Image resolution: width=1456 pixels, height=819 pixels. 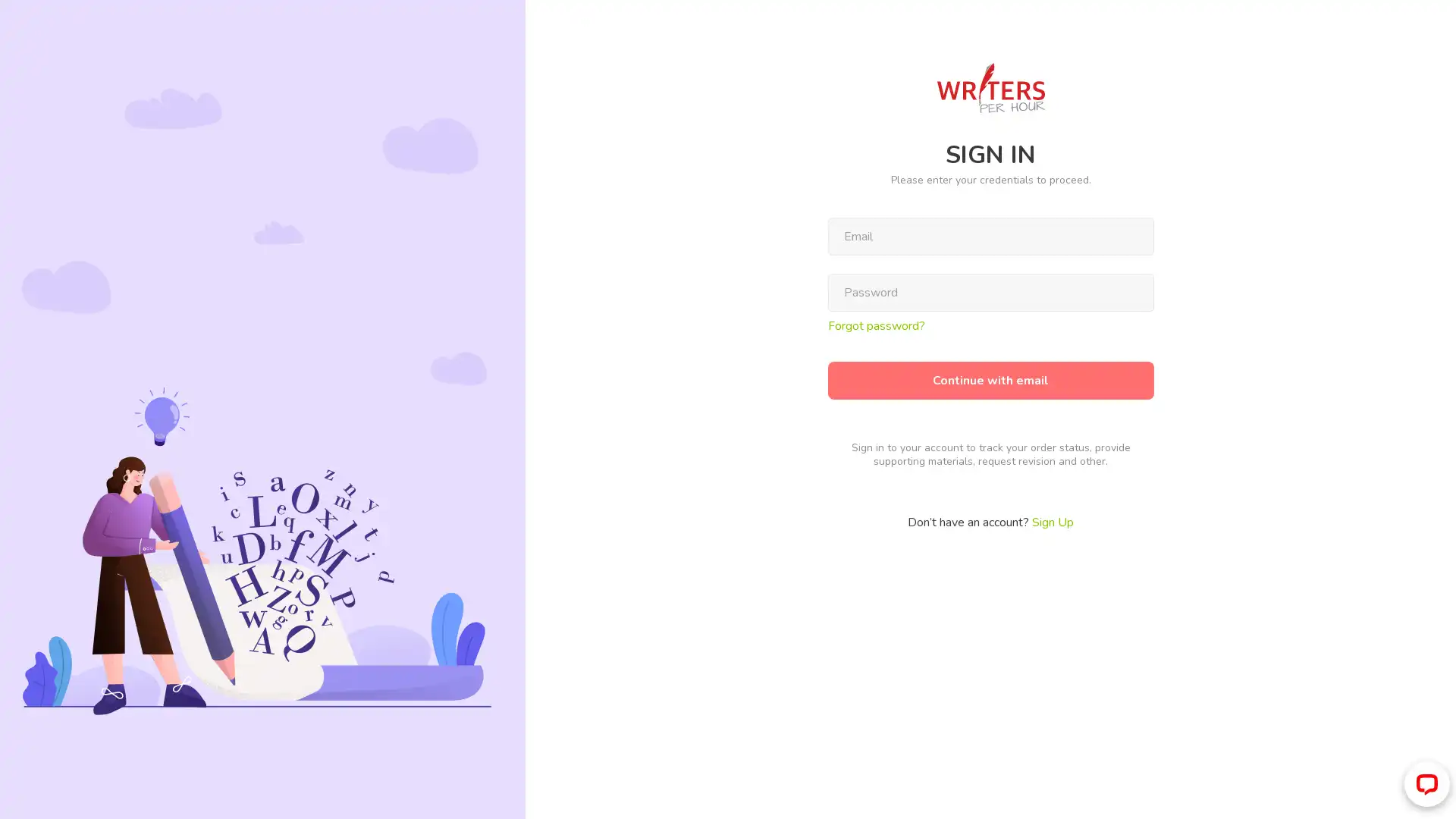 I want to click on Continue with email, so click(x=990, y=379).